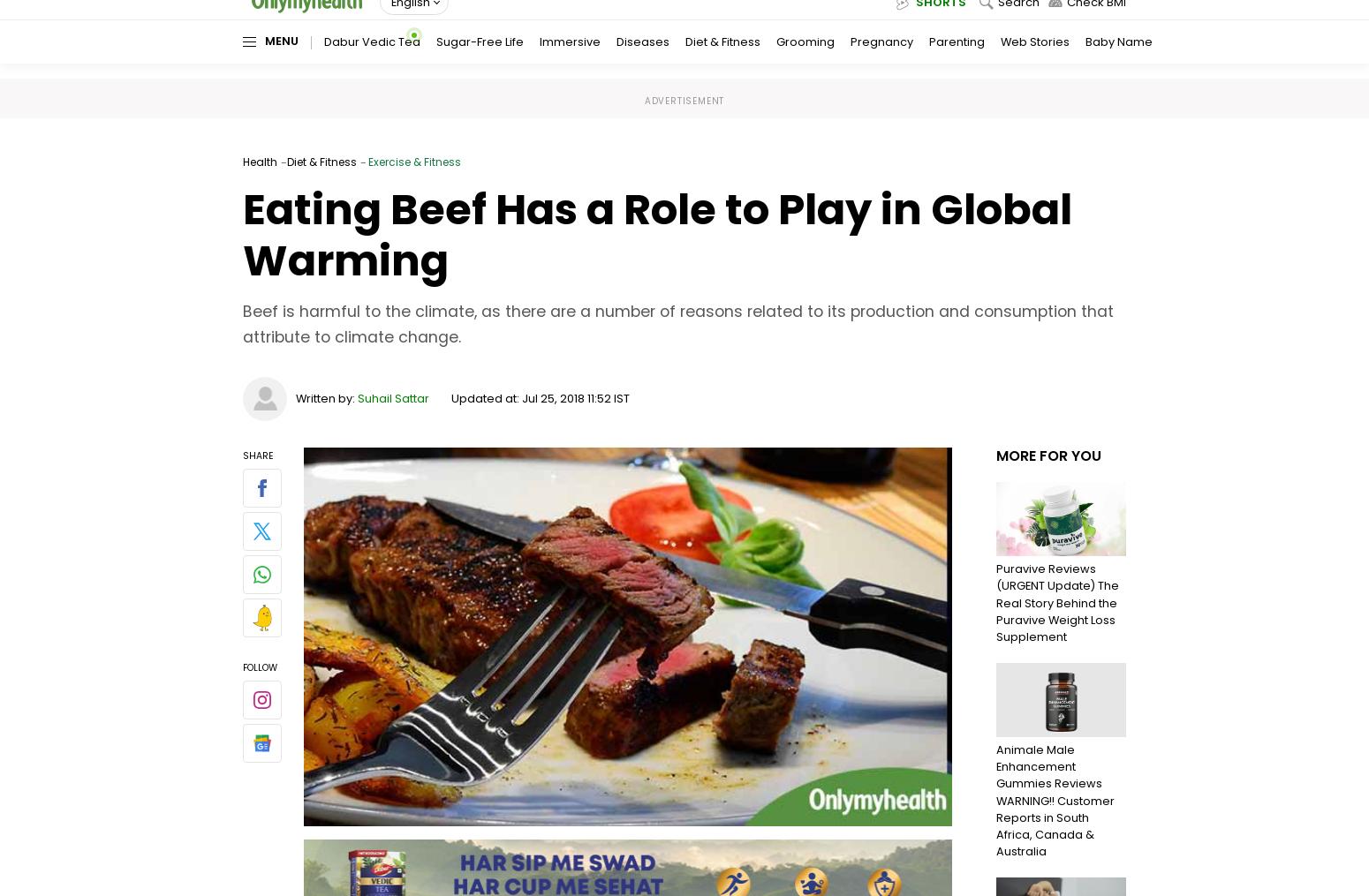 This screenshot has height=896, width=1369. I want to click on 'Beef is harmful to the climate, as there are a number of reasons related to its production and consumption that attribute to climate change.', so click(678, 324).